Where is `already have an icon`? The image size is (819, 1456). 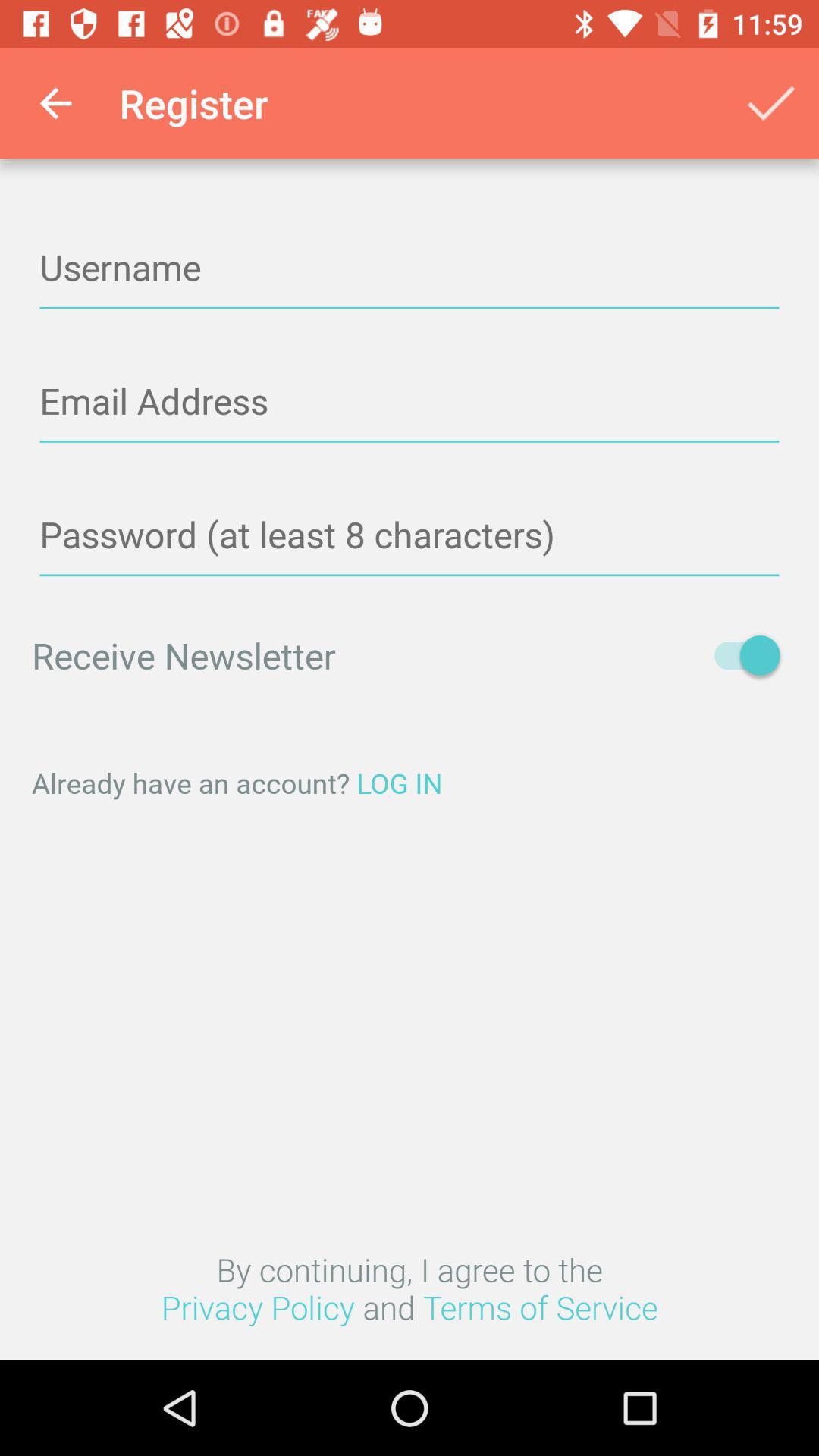 already have an icon is located at coordinates (409, 783).